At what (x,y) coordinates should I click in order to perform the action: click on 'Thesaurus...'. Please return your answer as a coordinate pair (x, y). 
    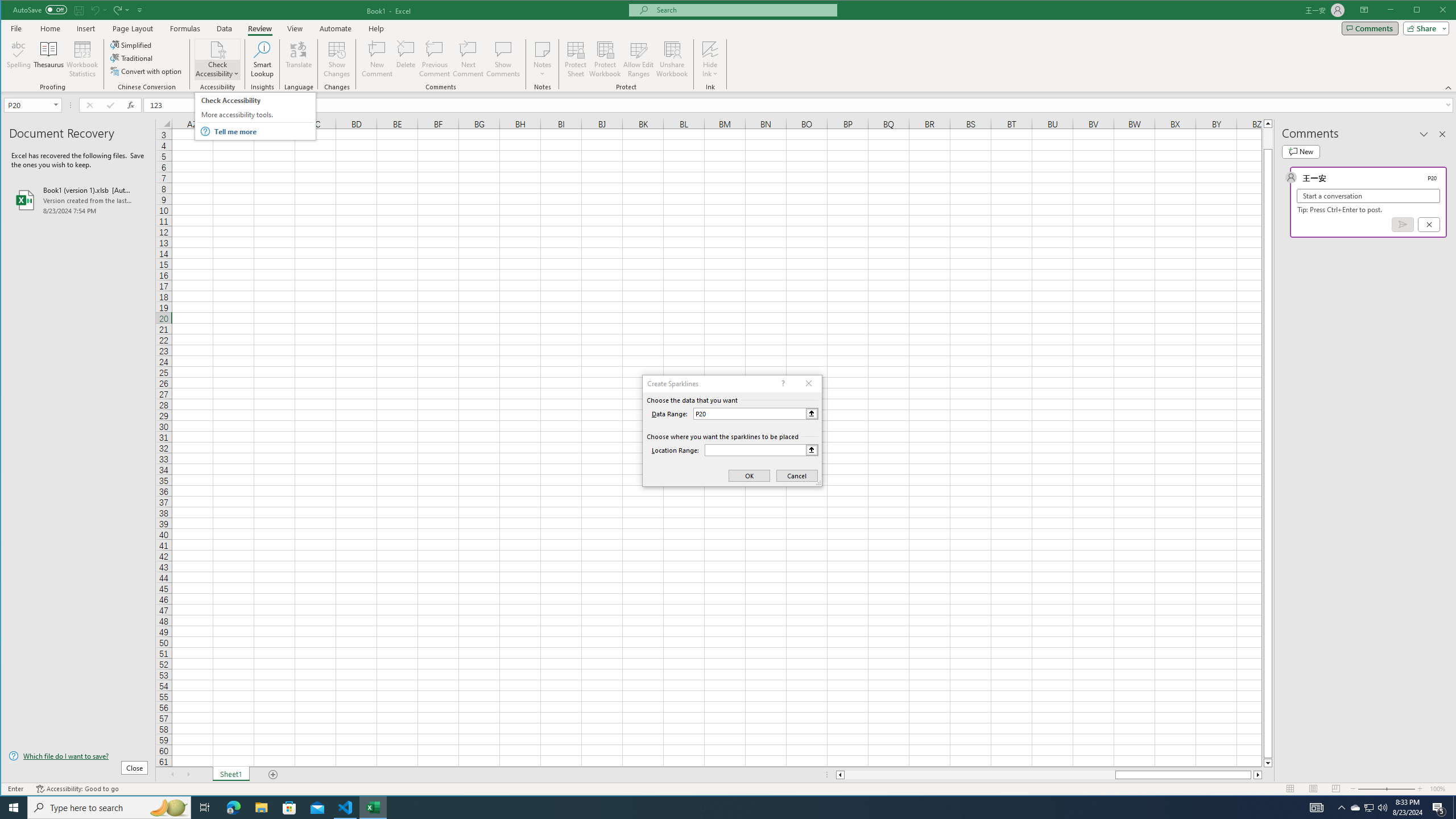
    Looking at the image, I should click on (48, 59).